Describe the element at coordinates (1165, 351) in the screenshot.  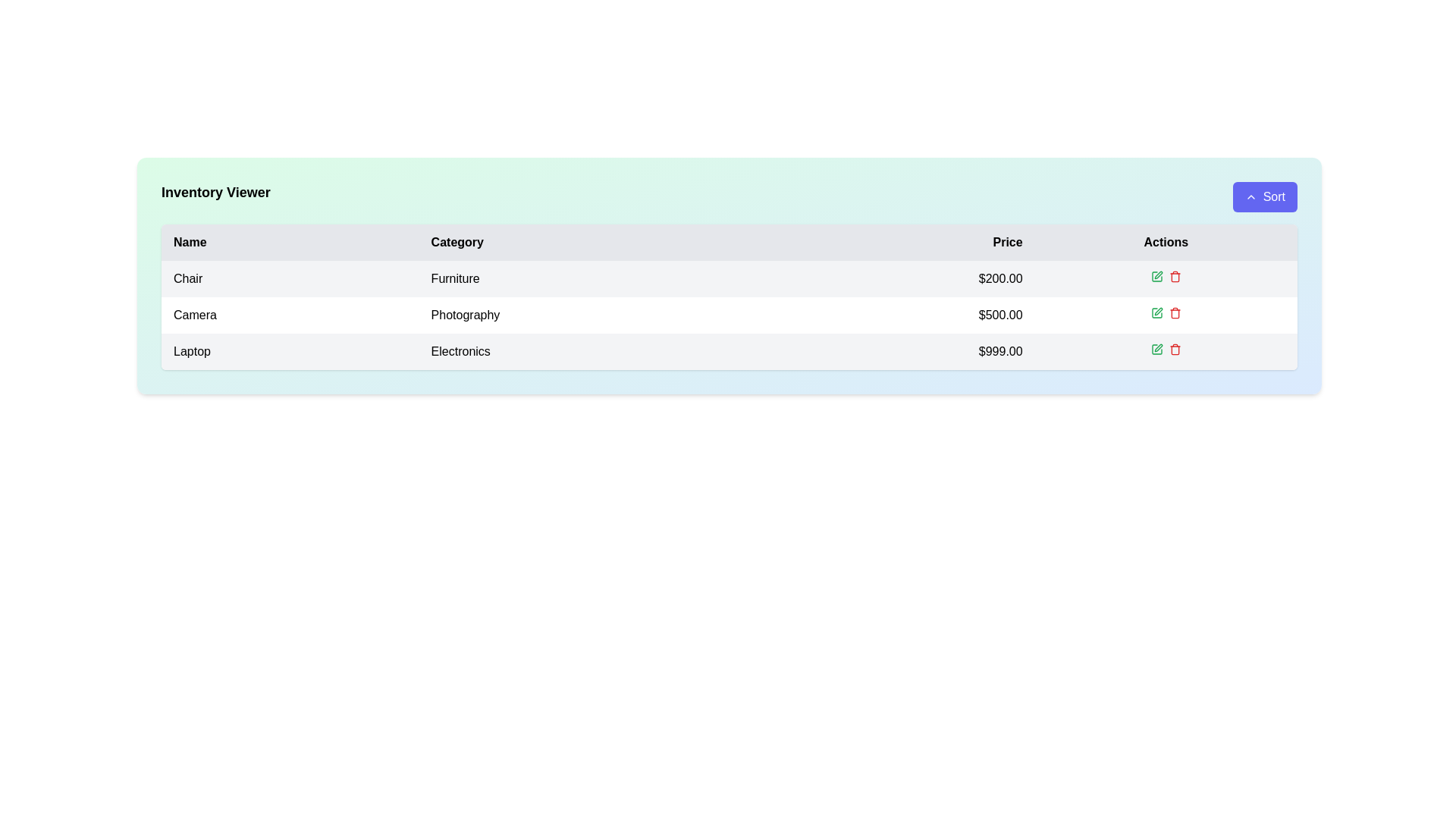
I see `the empty cell in the 'Actions' column of the row associated with the item 'Laptop' in the table` at that location.